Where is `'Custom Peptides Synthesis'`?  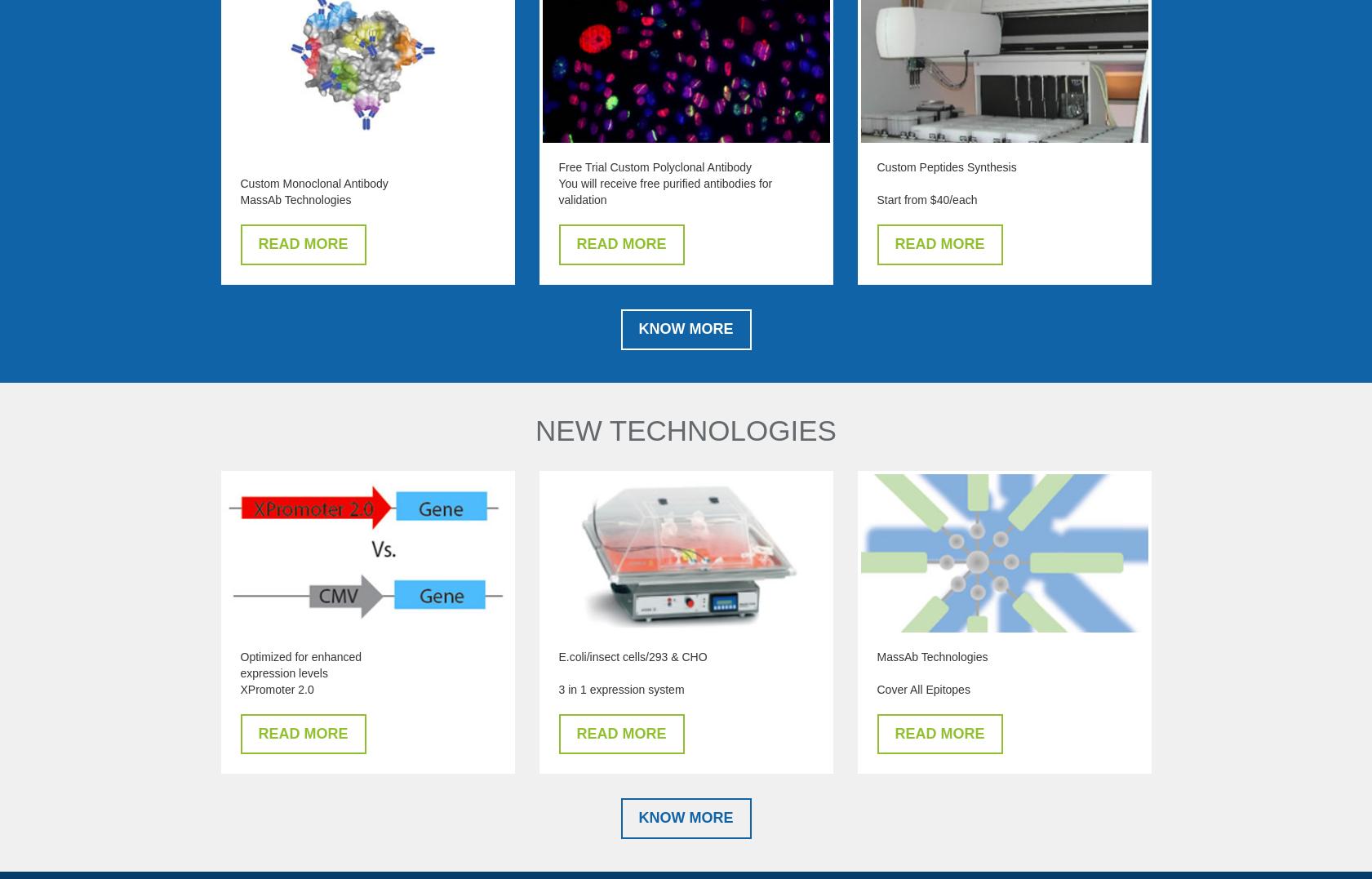 'Custom Peptides Synthesis' is located at coordinates (876, 166).